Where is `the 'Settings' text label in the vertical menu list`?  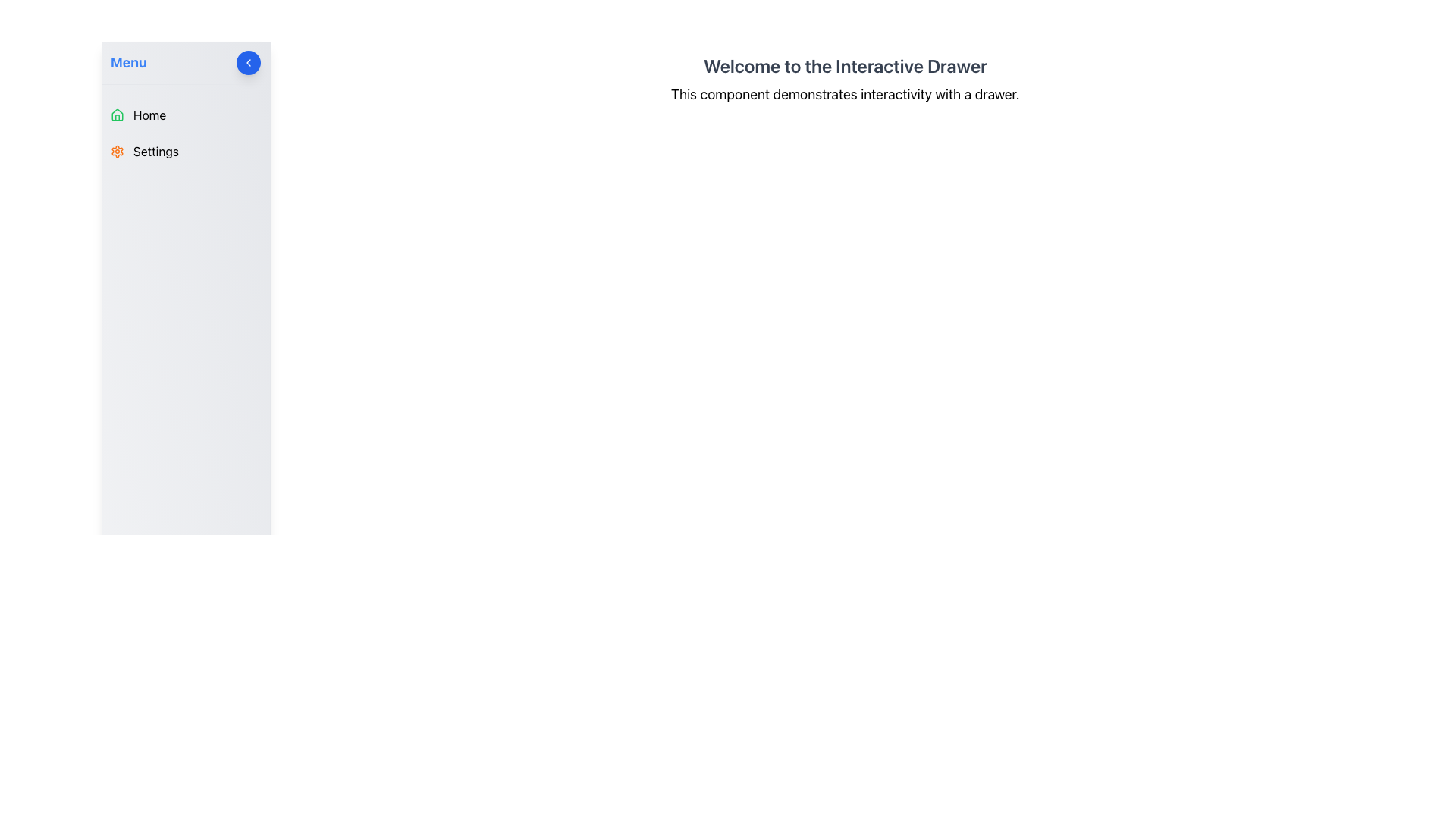
the 'Settings' text label in the vertical menu list is located at coordinates (156, 152).